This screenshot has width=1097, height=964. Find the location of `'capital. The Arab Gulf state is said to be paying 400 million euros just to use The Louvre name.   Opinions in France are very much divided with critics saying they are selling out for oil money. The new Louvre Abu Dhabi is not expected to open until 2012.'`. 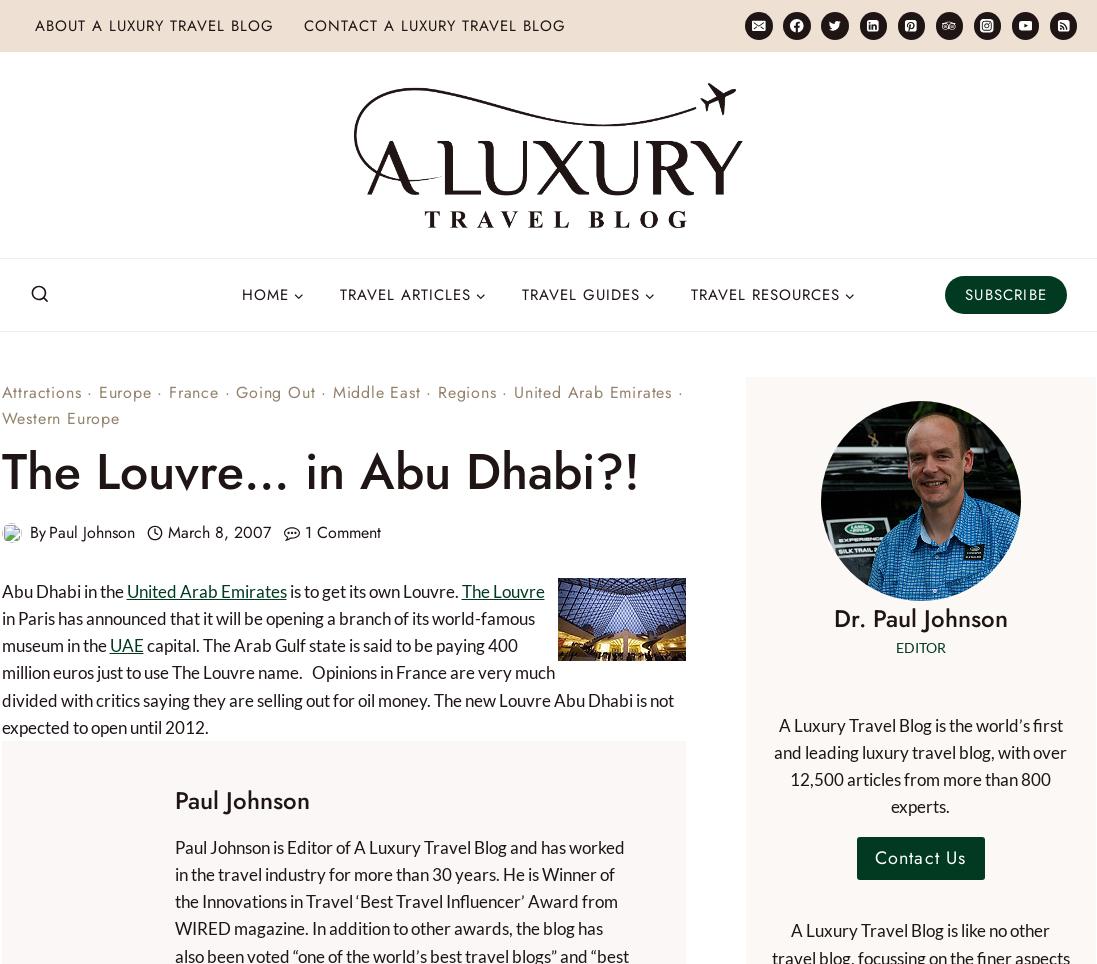

'capital. The Arab Gulf state is said to be paying 400 million euros just to use The Louvre name.   Opinions in France are very much divided with critics saying they are selling out for oil money. The new Louvre Abu Dhabi is not expected to open until 2012.' is located at coordinates (0, 685).